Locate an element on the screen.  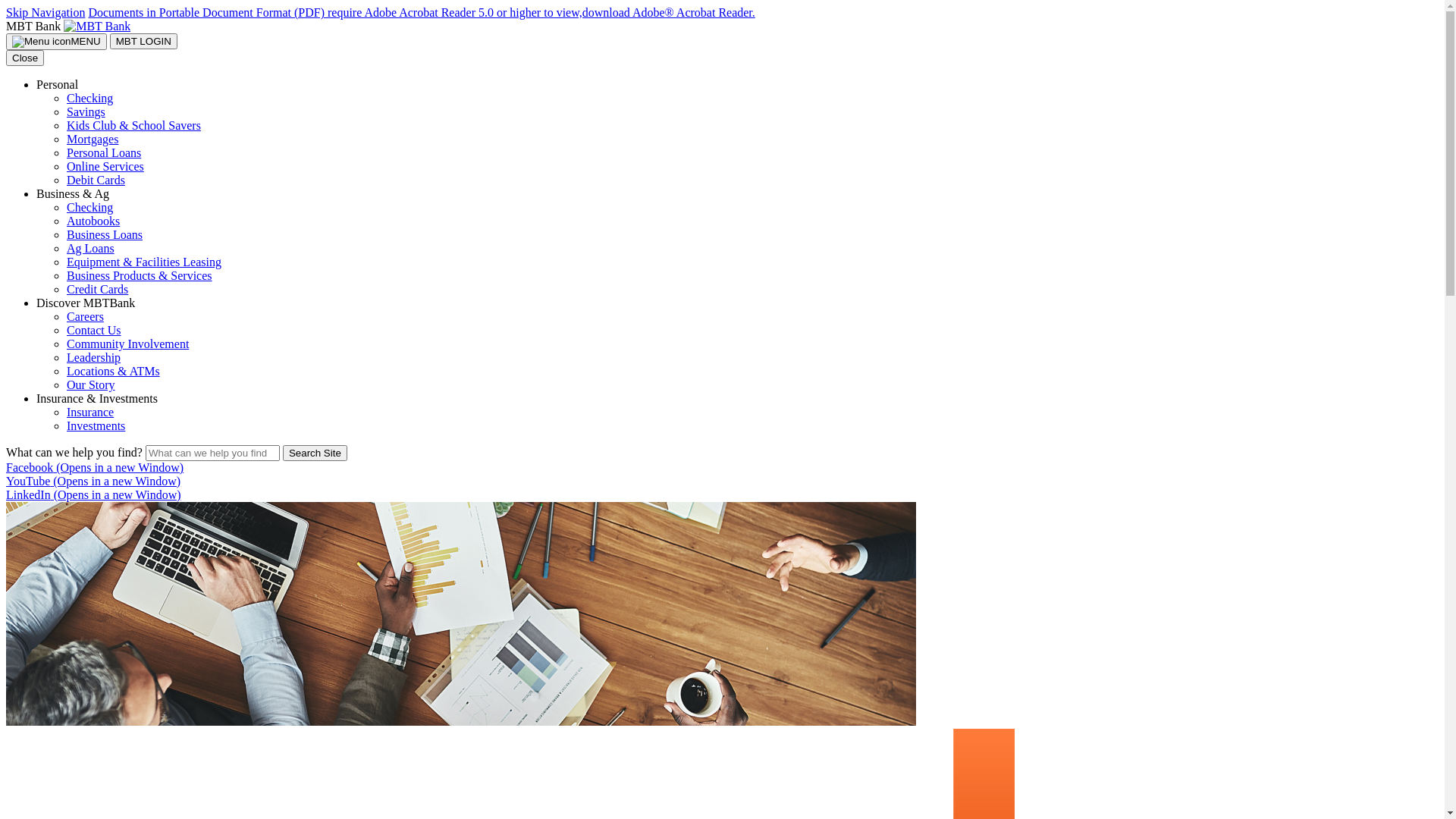
'Investments' is located at coordinates (65, 425).